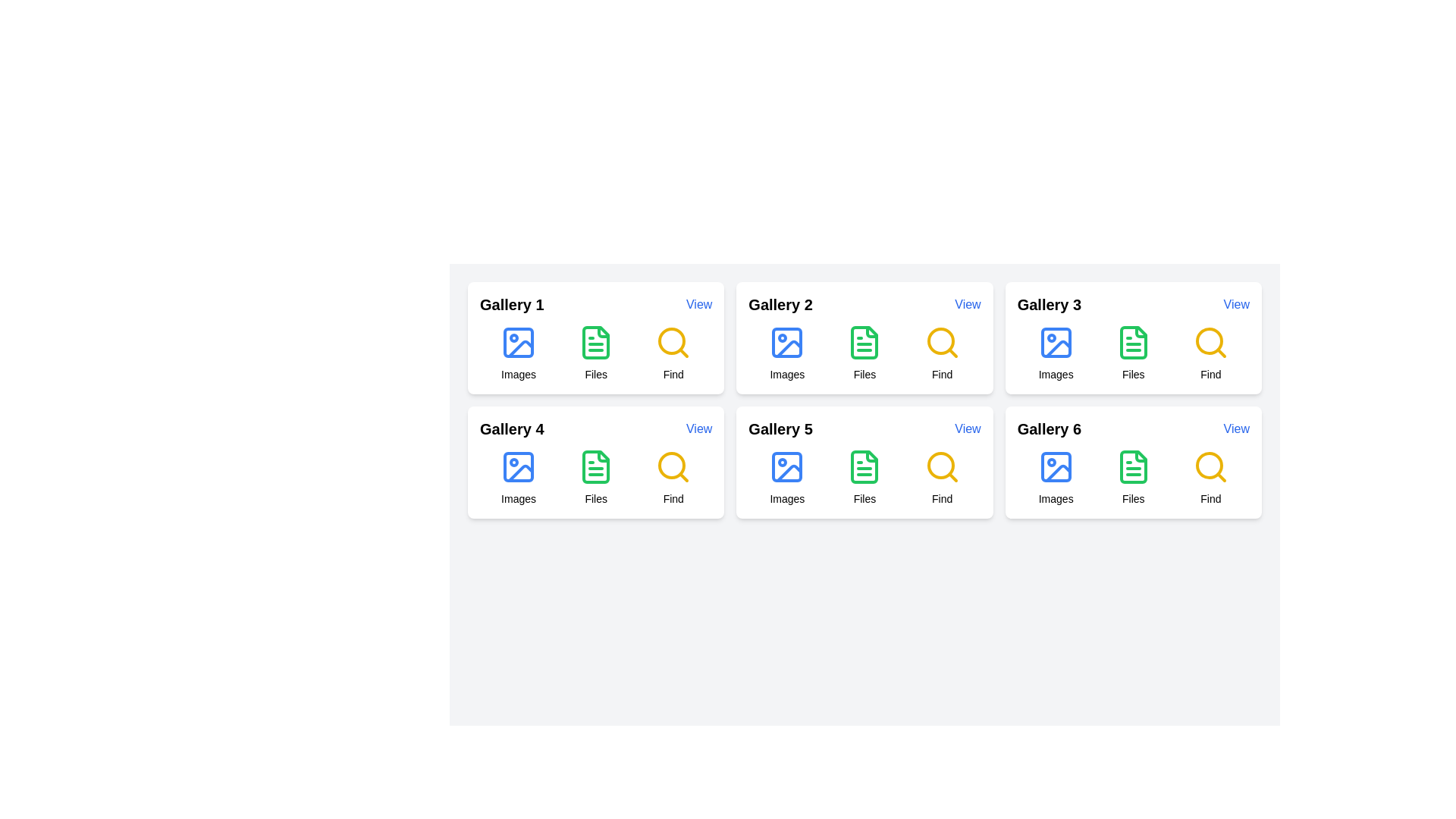 This screenshot has width=1456, height=819. What do you see at coordinates (940, 464) in the screenshot?
I see `search icon located in the 'Gallery 5' section, specifically in the second row and second column, by using the developer tool` at bounding box center [940, 464].